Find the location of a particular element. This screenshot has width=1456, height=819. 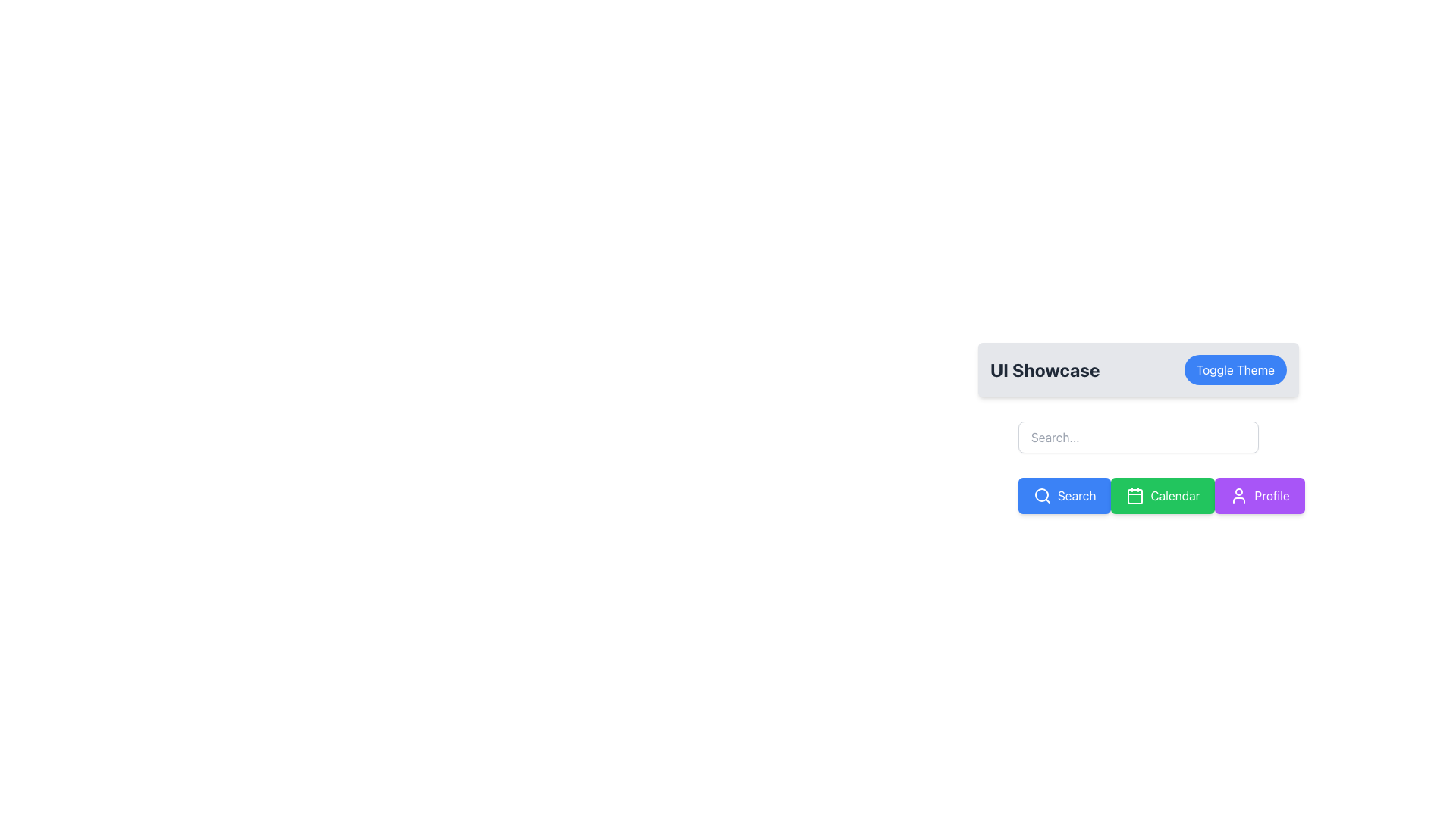

the label for the calendar button, which is the middle button in a set of three located below the 'Search' bar is located at coordinates (1175, 496).